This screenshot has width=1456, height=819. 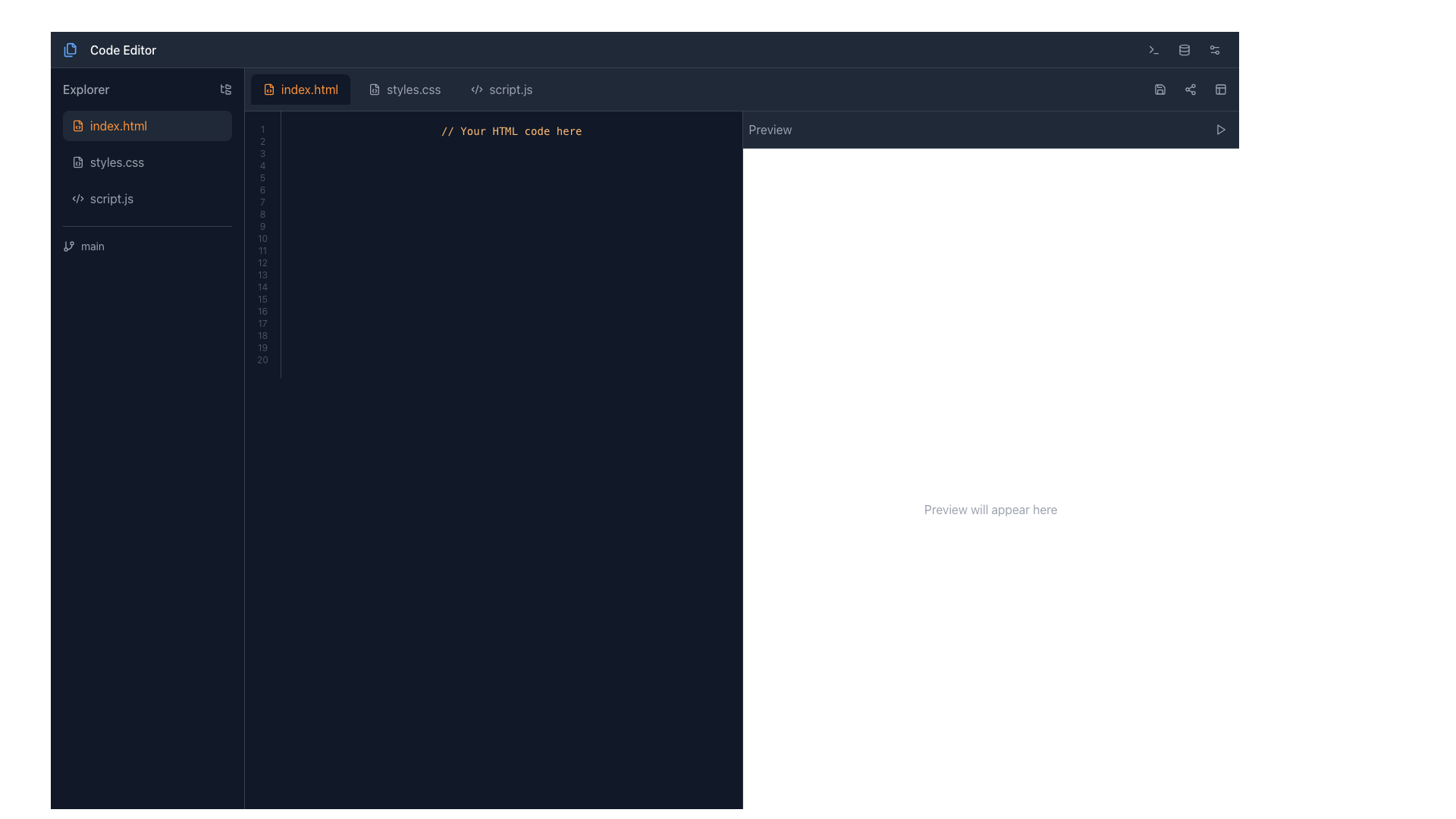 I want to click on the 14th static text label in the vertical list of line number indicators located on the left panel under the file name 'index.html', so click(x=262, y=287).